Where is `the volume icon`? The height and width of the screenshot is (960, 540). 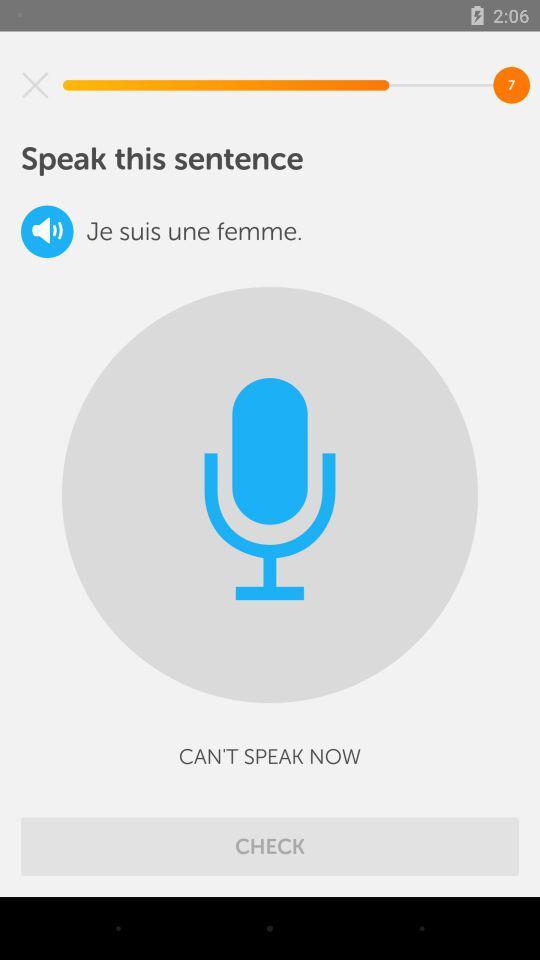
the volume icon is located at coordinates (47, 231).